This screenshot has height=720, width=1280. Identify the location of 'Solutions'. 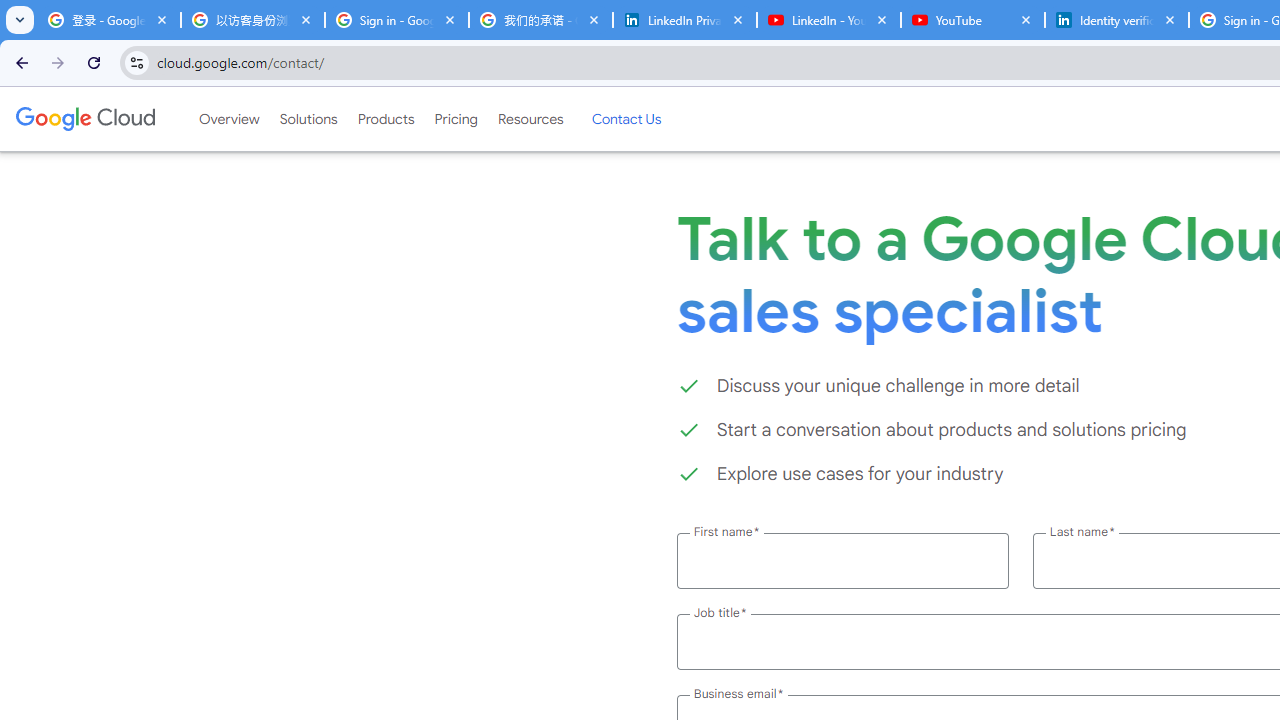
(307, 119).